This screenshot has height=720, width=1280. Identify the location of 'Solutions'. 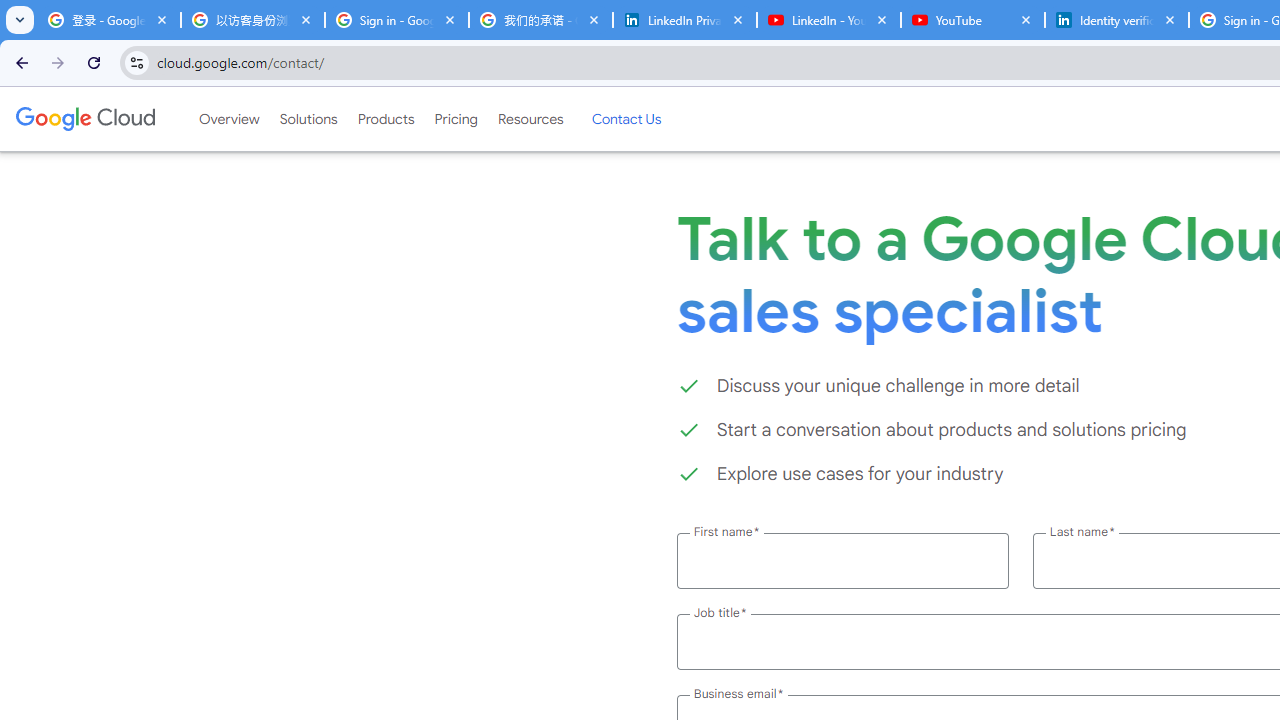
(307, 119).